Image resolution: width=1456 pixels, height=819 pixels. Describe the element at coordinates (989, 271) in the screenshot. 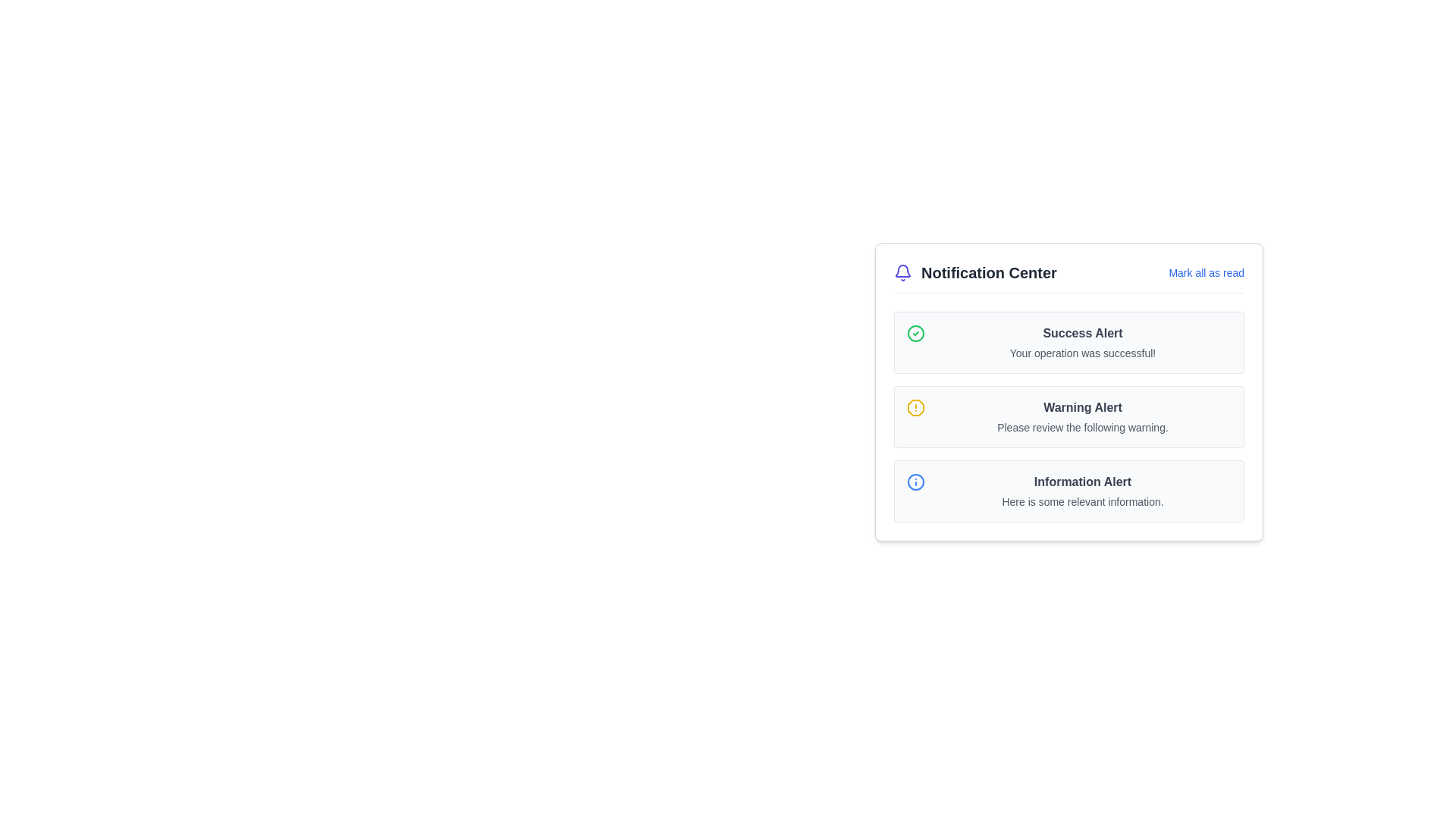

I see `the 'Notification Center' static text label, which is bold and gray, located in the header section of the notification panel` at that location.